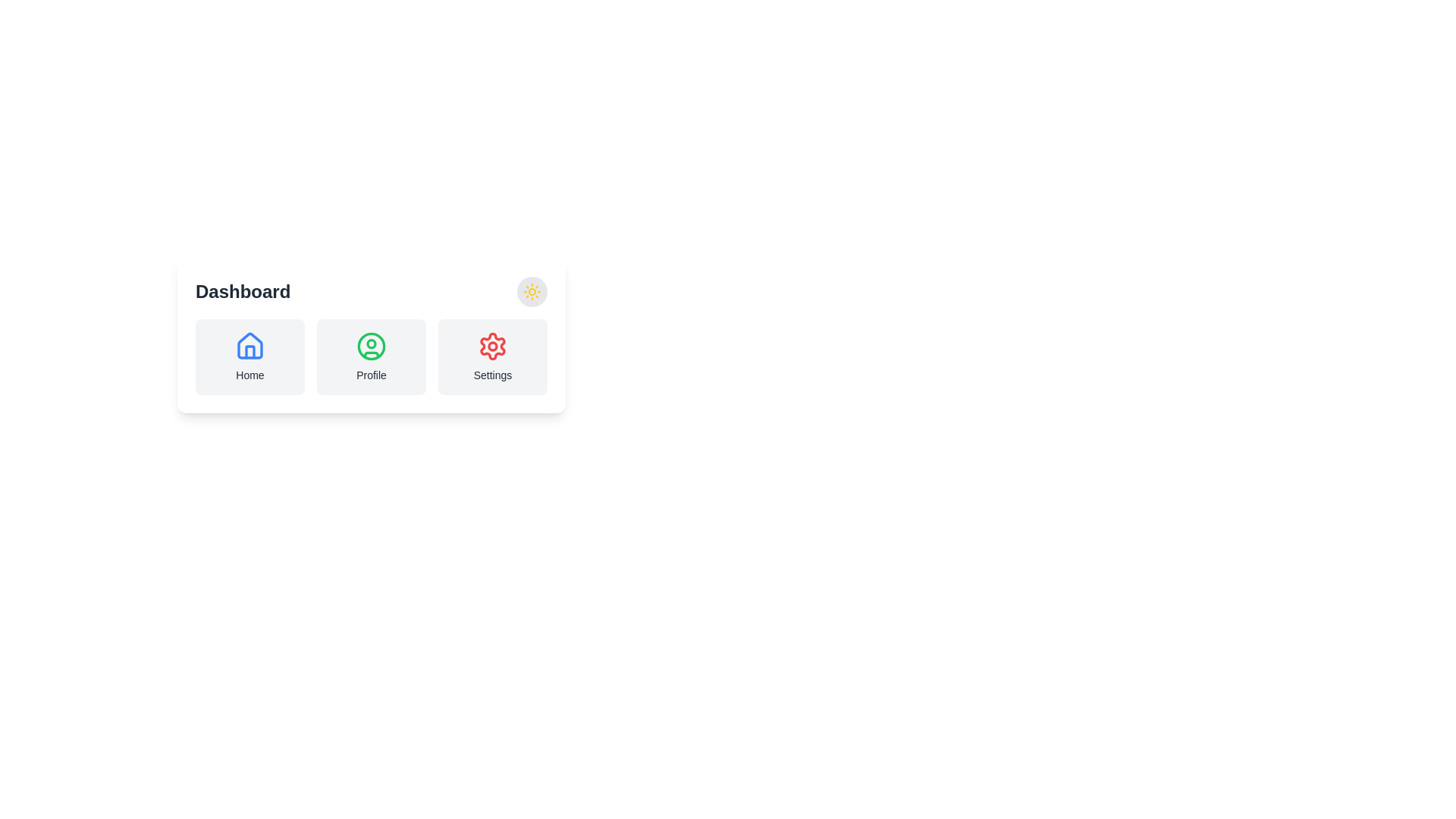  I want to click on the red gear icon in the bottom right corner of the card interface, so click(492, 346).